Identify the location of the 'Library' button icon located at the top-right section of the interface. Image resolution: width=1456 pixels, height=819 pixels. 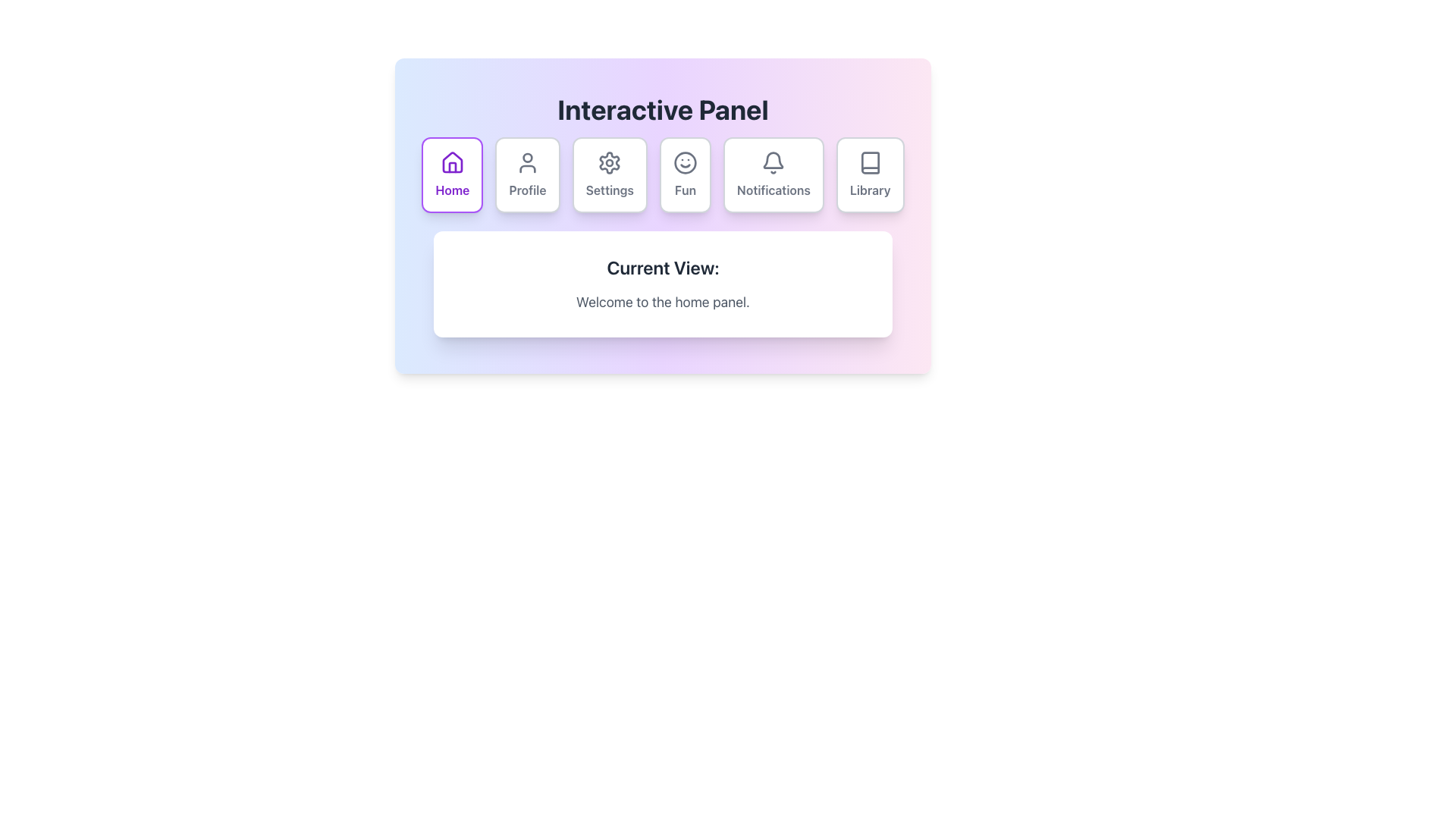
(870, 163).